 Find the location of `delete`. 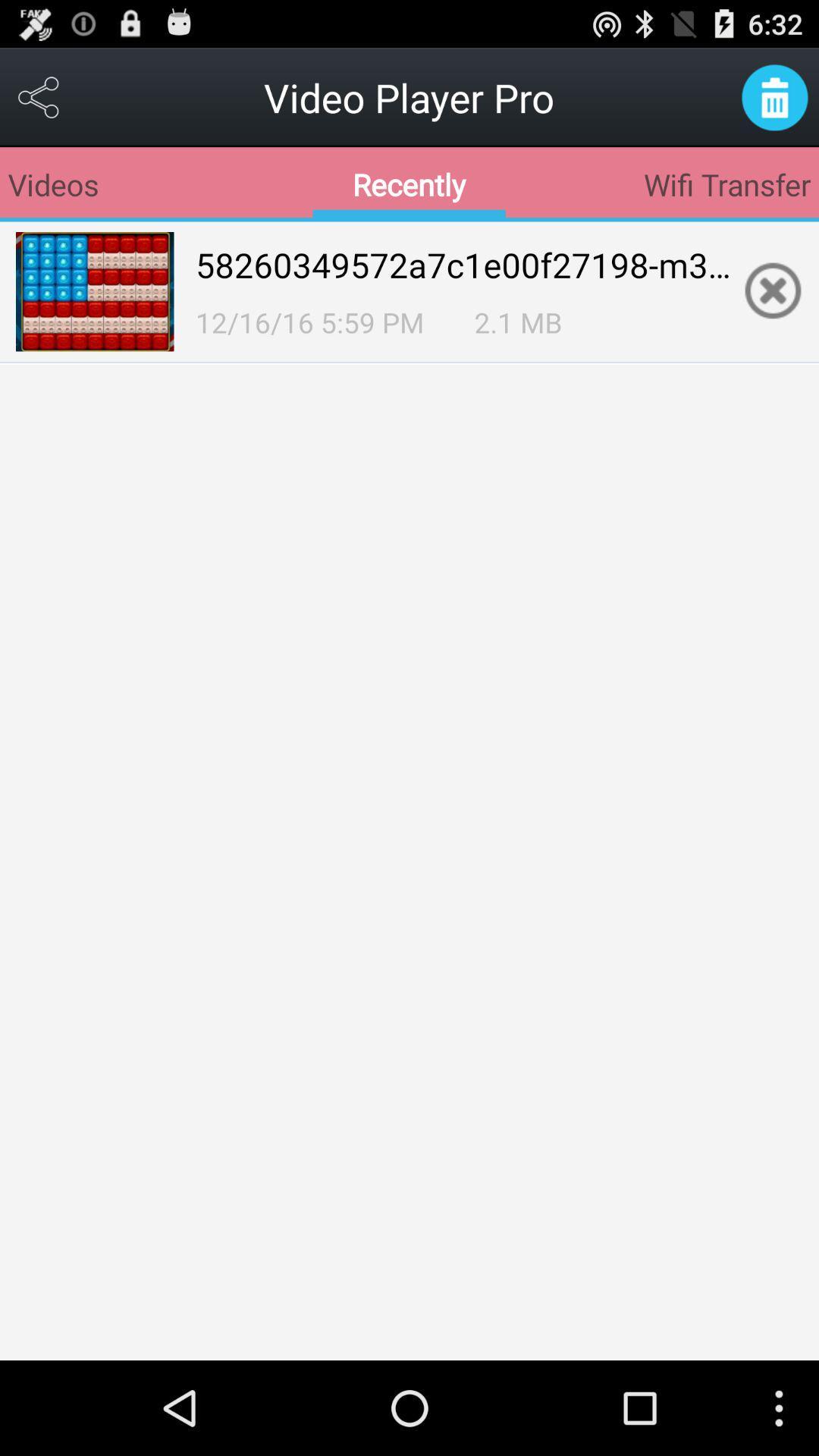

delete is located at coordinates (774, 96).